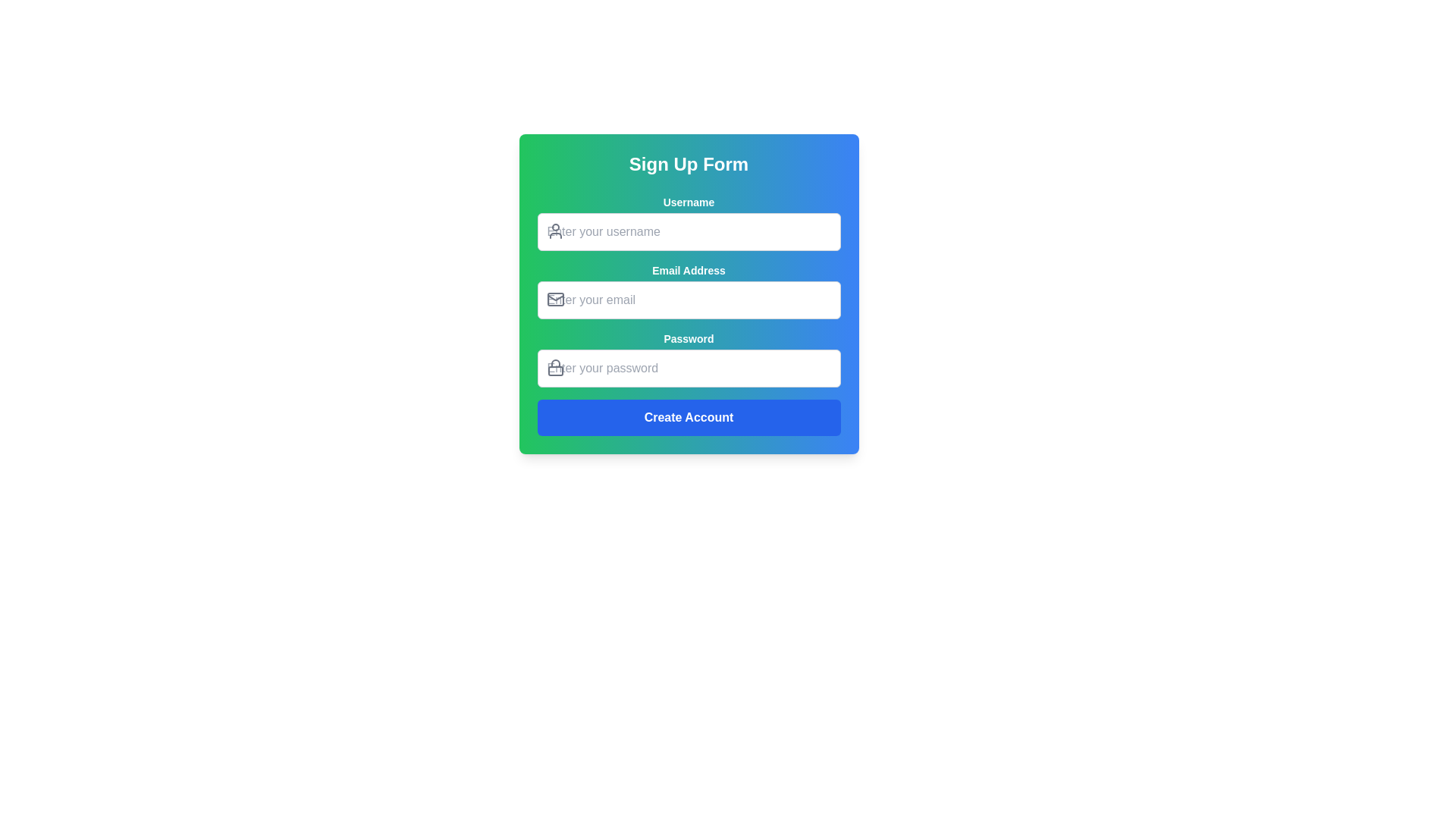  Describe the element at coordinates (688, 418) in the screenshot. I see `the submission button located at the bottom of the form layout to observe the hover effect` at that location.